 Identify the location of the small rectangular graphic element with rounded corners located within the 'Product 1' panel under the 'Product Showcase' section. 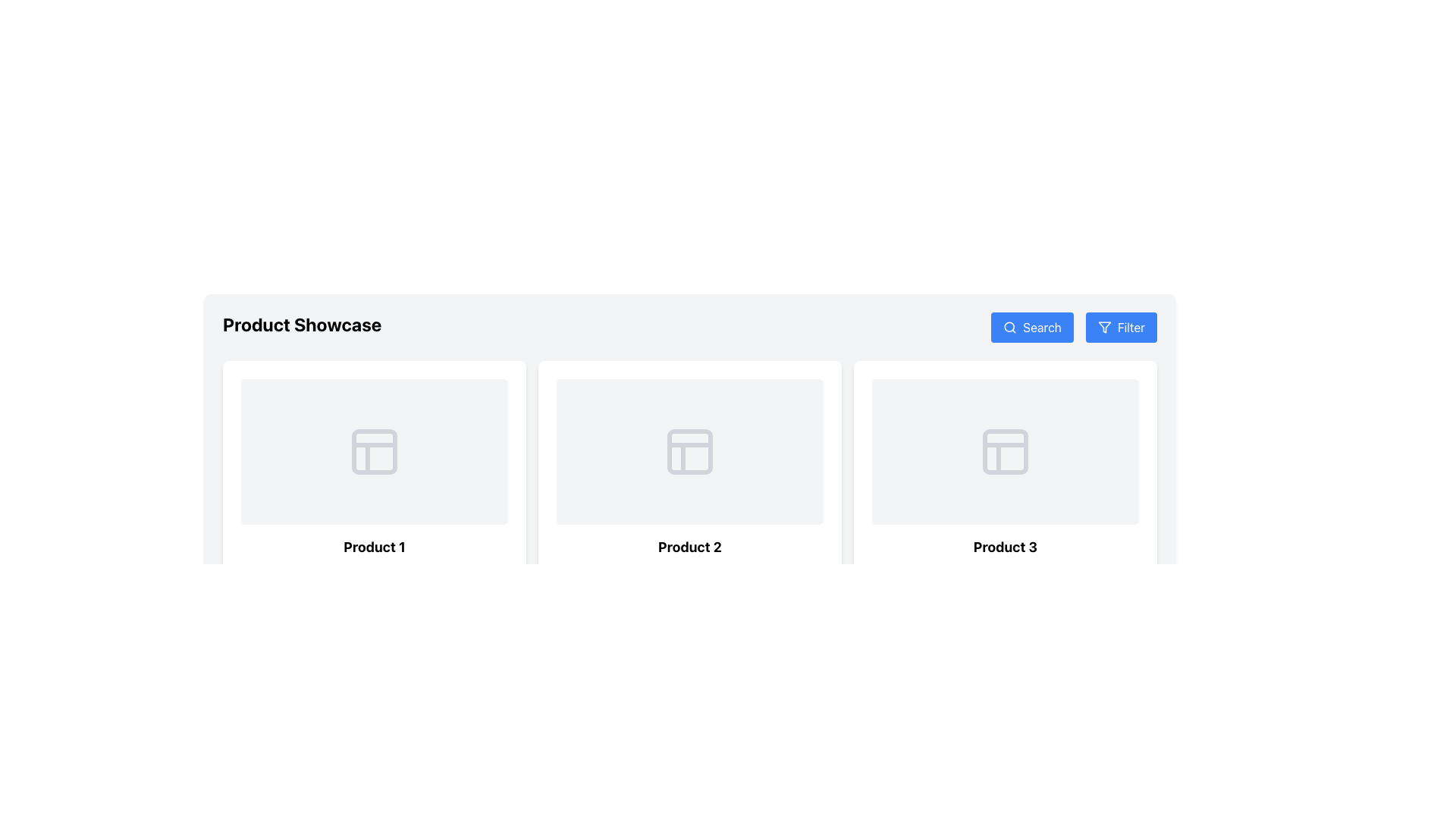
(375, 451).